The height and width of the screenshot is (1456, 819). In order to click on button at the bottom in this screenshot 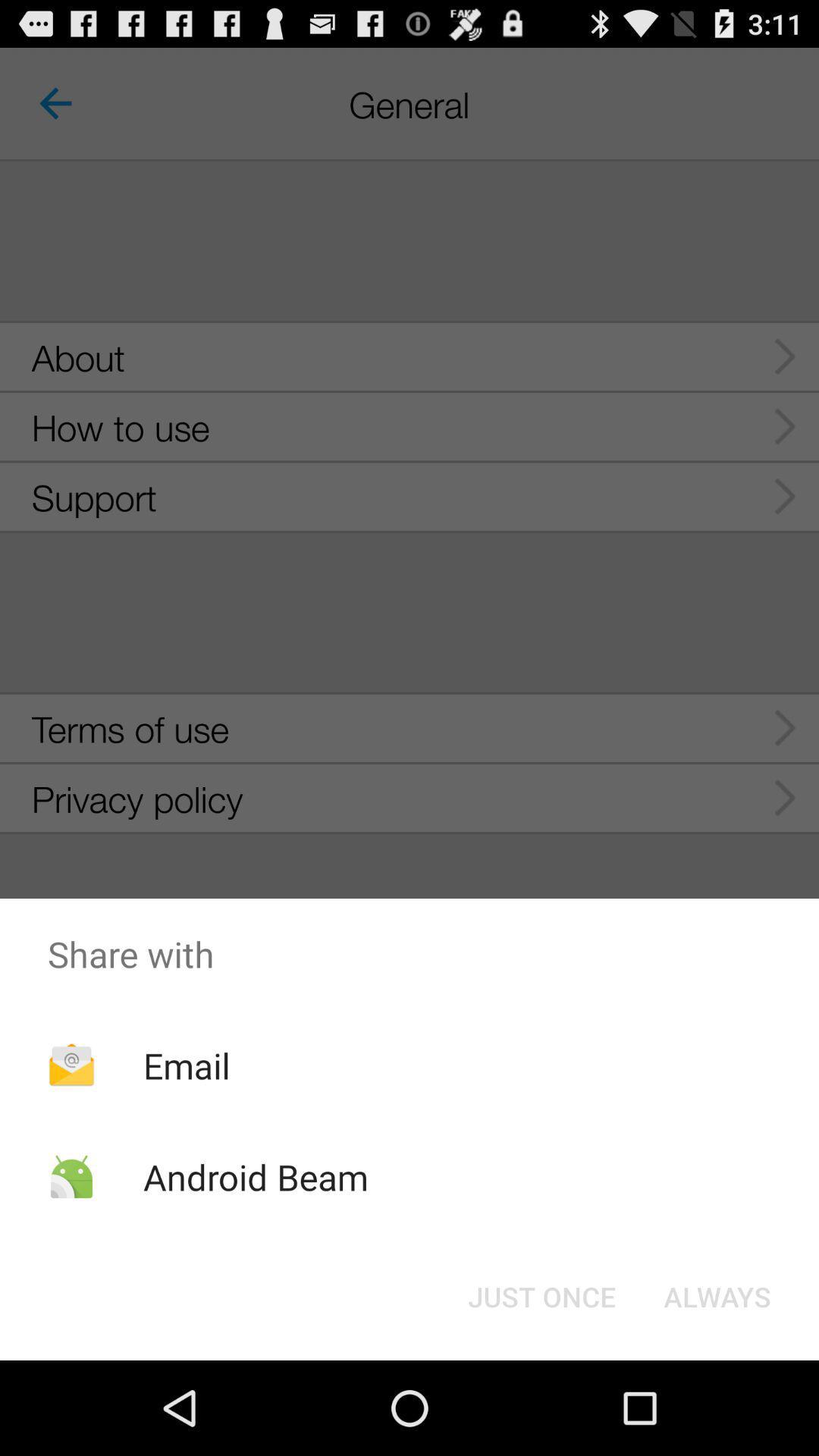, I will do `click(541, 1295)`.